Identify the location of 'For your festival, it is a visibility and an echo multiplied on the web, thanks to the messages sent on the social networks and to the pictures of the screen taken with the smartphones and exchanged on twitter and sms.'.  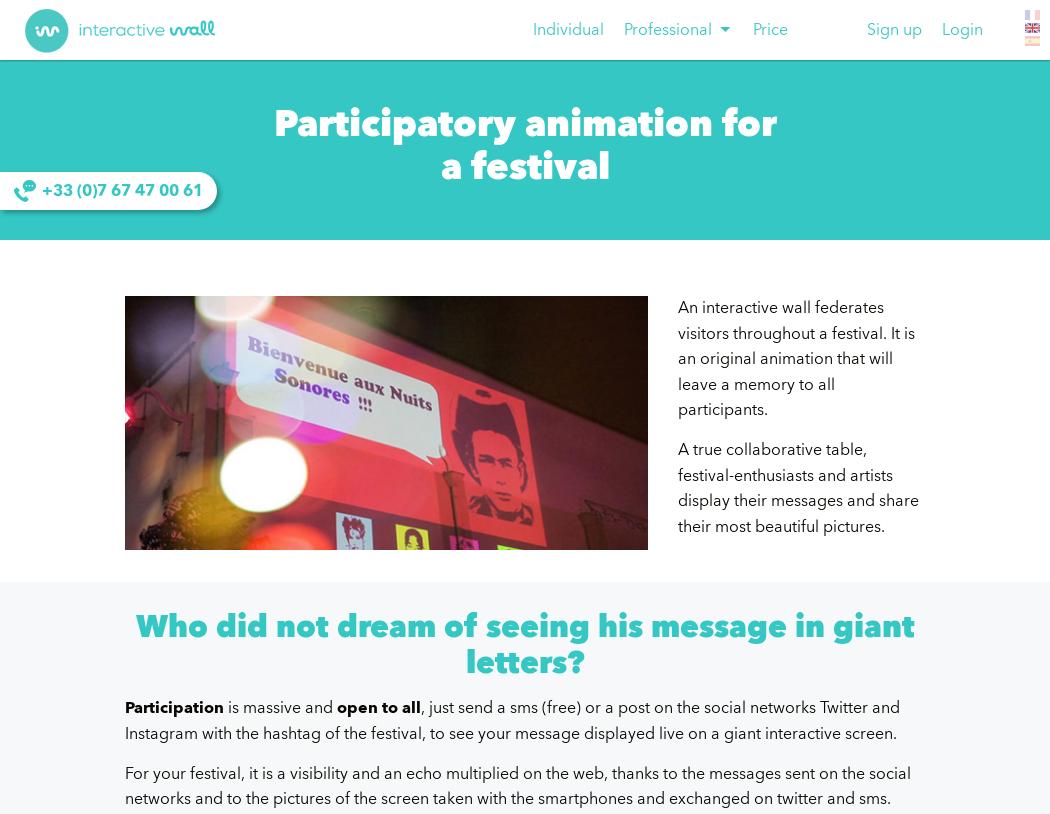
(516, 785).